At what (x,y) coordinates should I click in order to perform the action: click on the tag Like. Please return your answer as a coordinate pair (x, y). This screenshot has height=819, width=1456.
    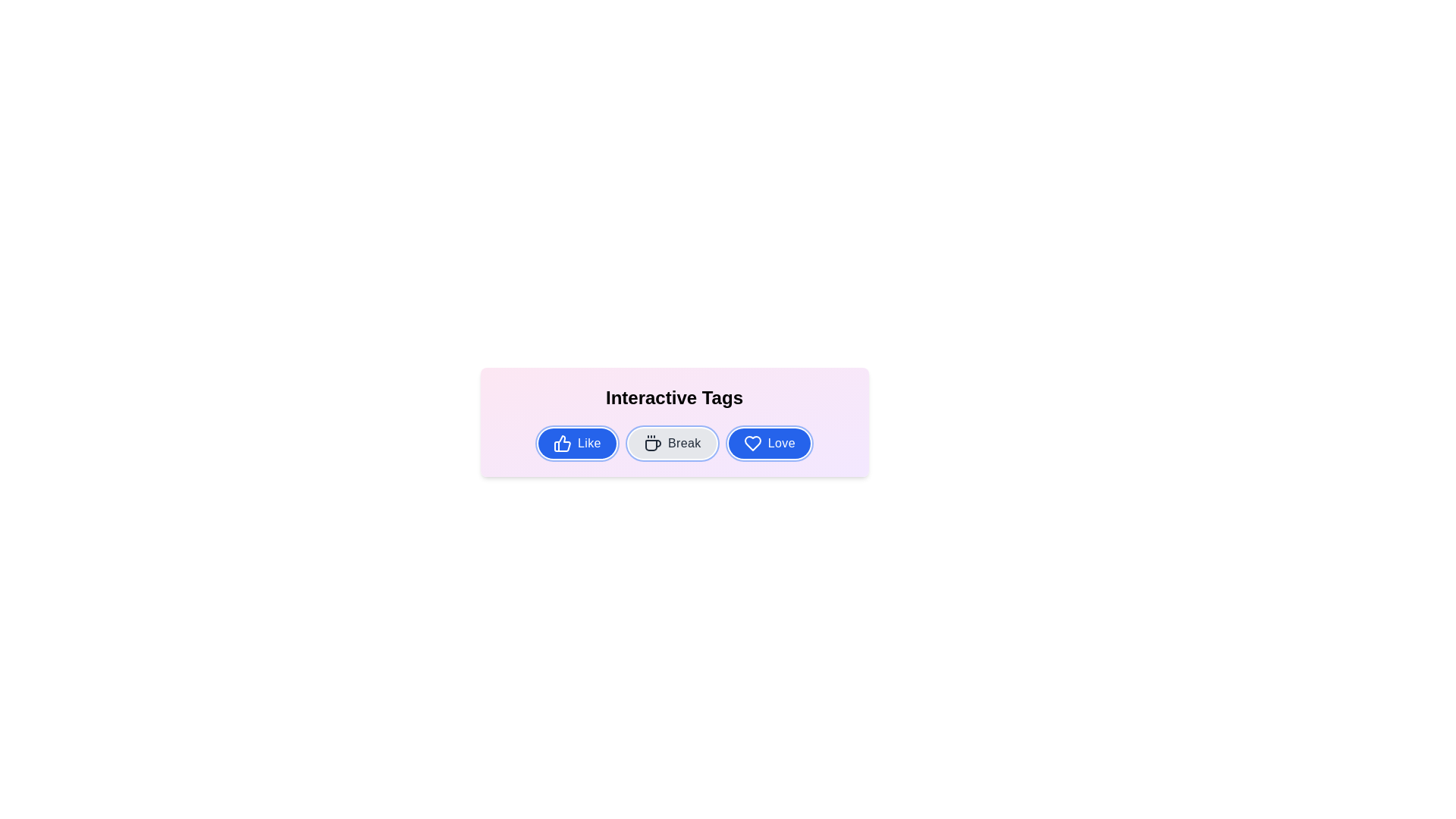
    Looking at the image, I should click on (576, 444).